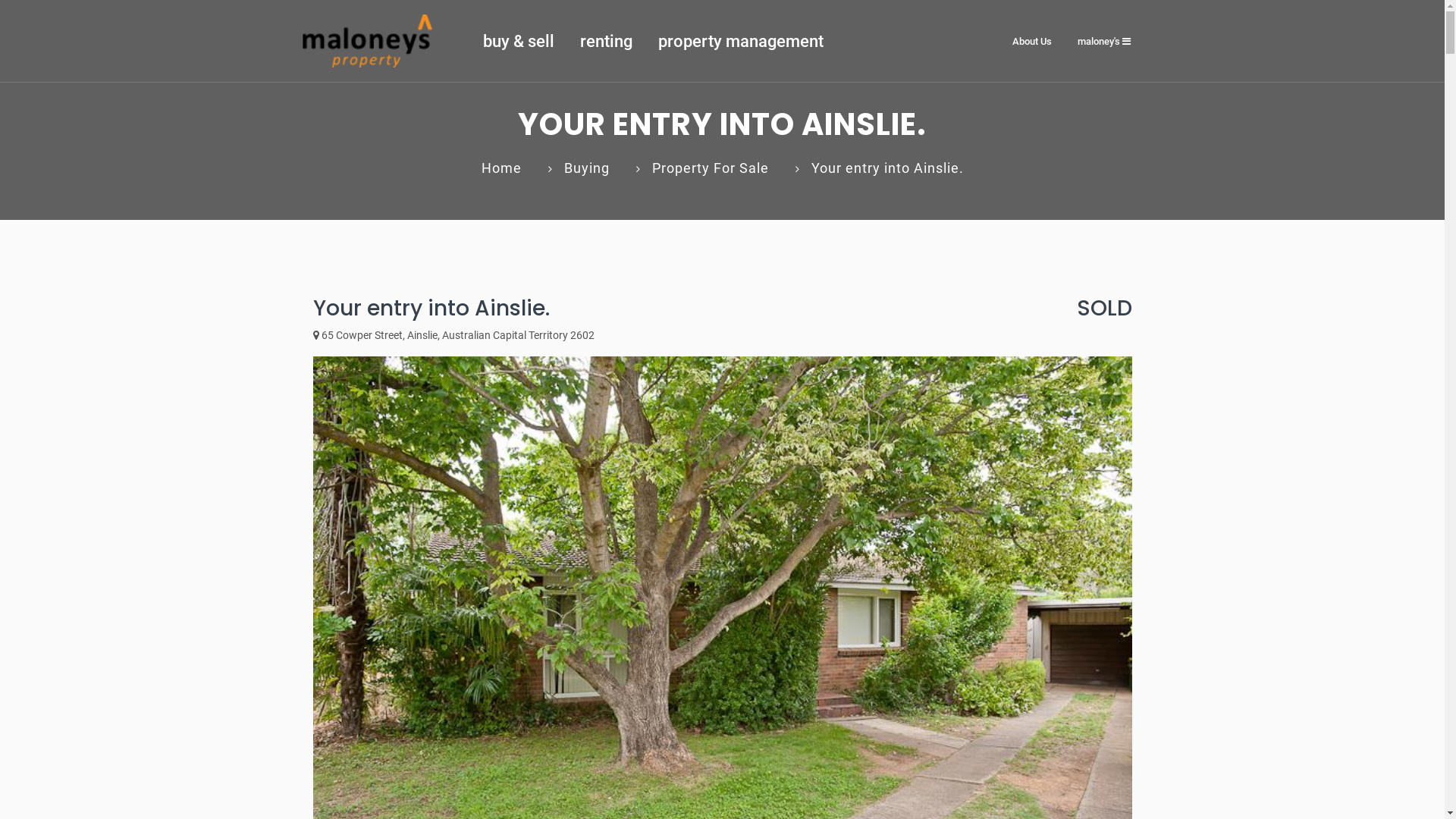  Describe the element at coordinates (585, 168) in the screenshot. I see `'Buying'` at that location.